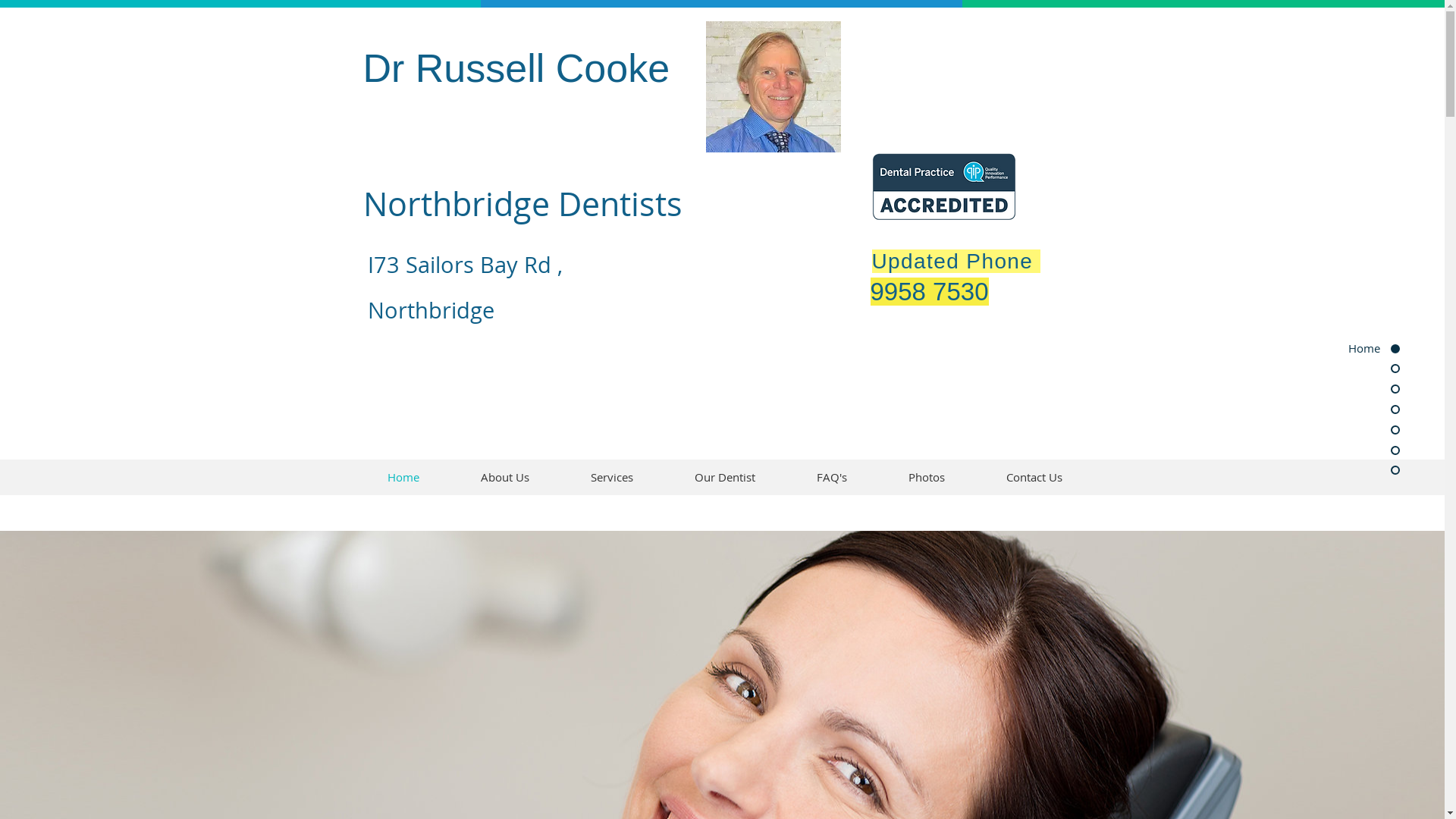 The width and height of the screenshot is (1456, 819). Describe the element at coordinates (521, 67) in the screenshot. I see `'Dr Russell Cooke '` at that location.